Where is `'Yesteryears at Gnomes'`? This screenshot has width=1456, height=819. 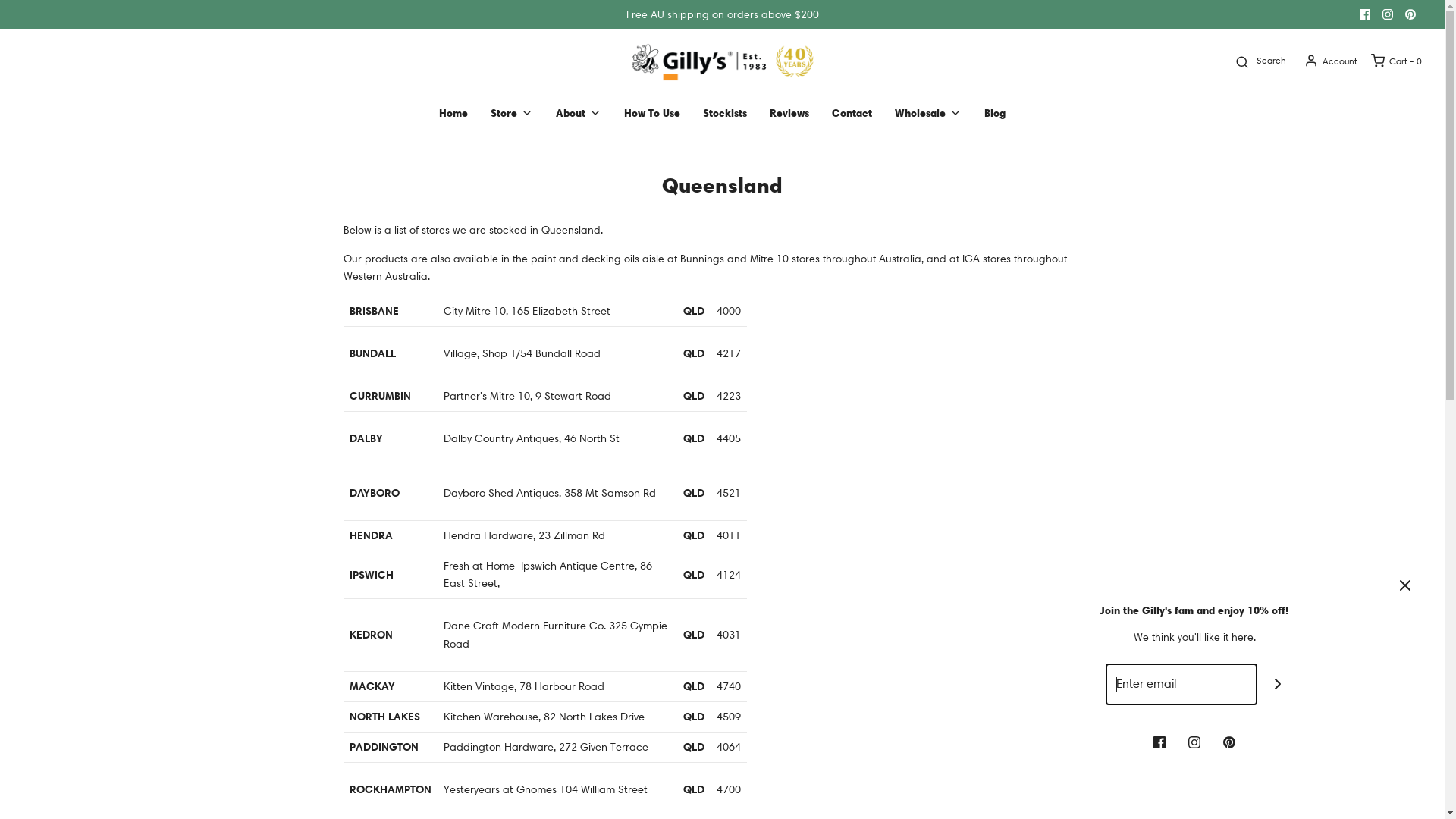
'Yesteryears at Gnomes' is located at coordinates (442, 789).